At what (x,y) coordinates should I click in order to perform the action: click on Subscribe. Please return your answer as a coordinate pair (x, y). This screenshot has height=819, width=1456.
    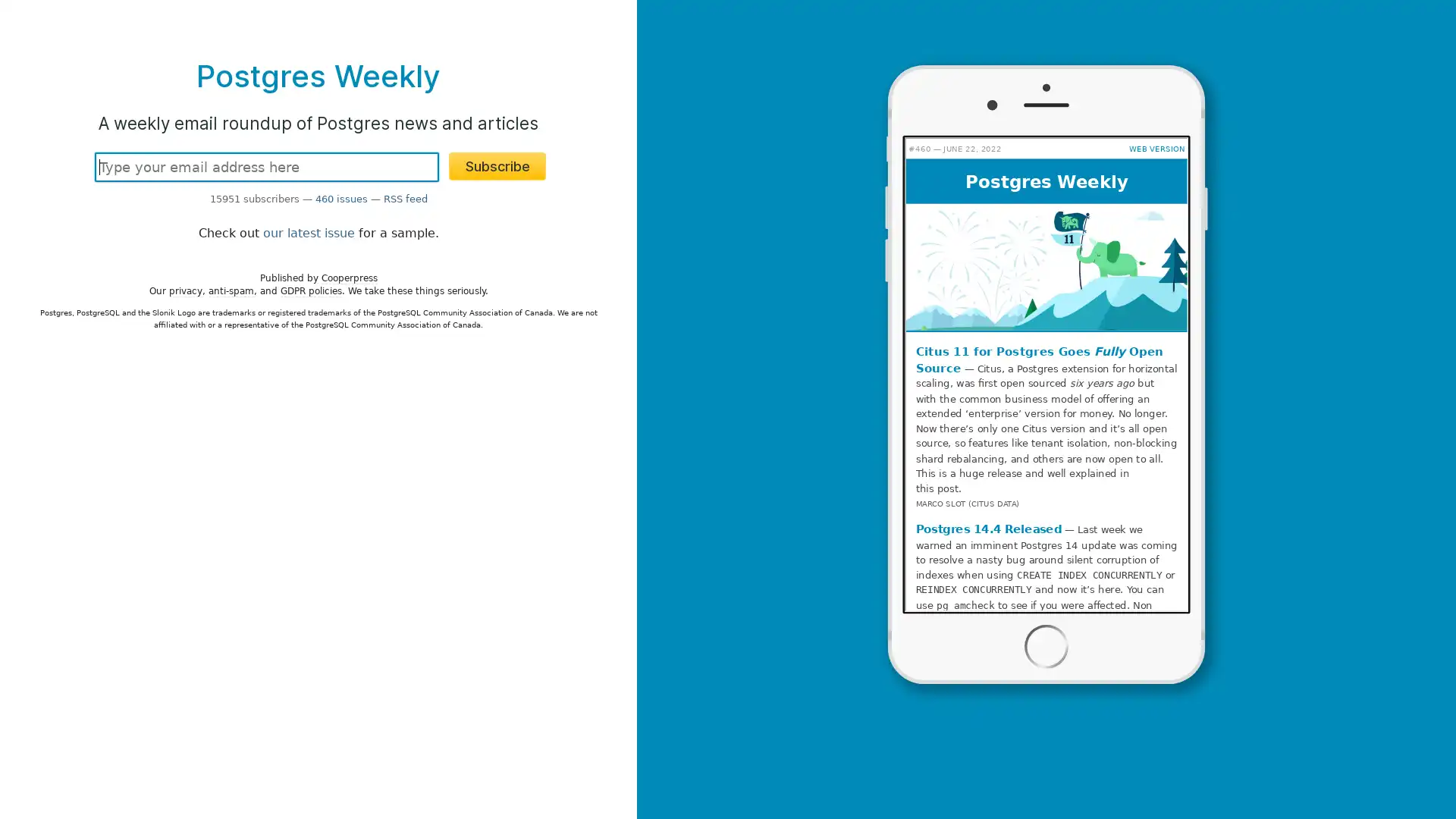
    Looking at the image, I should click on (497, 166).